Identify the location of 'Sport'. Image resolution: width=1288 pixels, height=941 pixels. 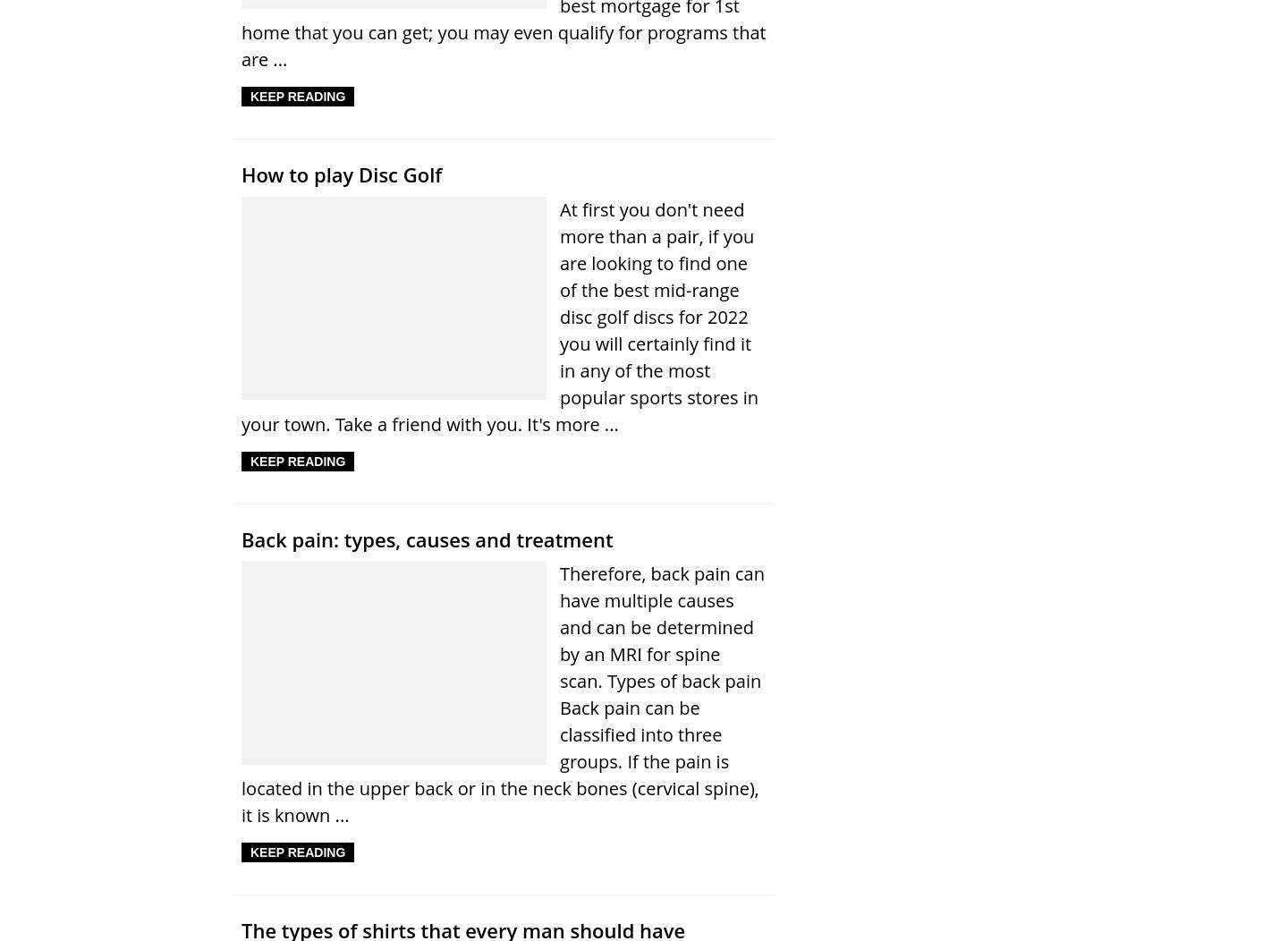
(360, 262).